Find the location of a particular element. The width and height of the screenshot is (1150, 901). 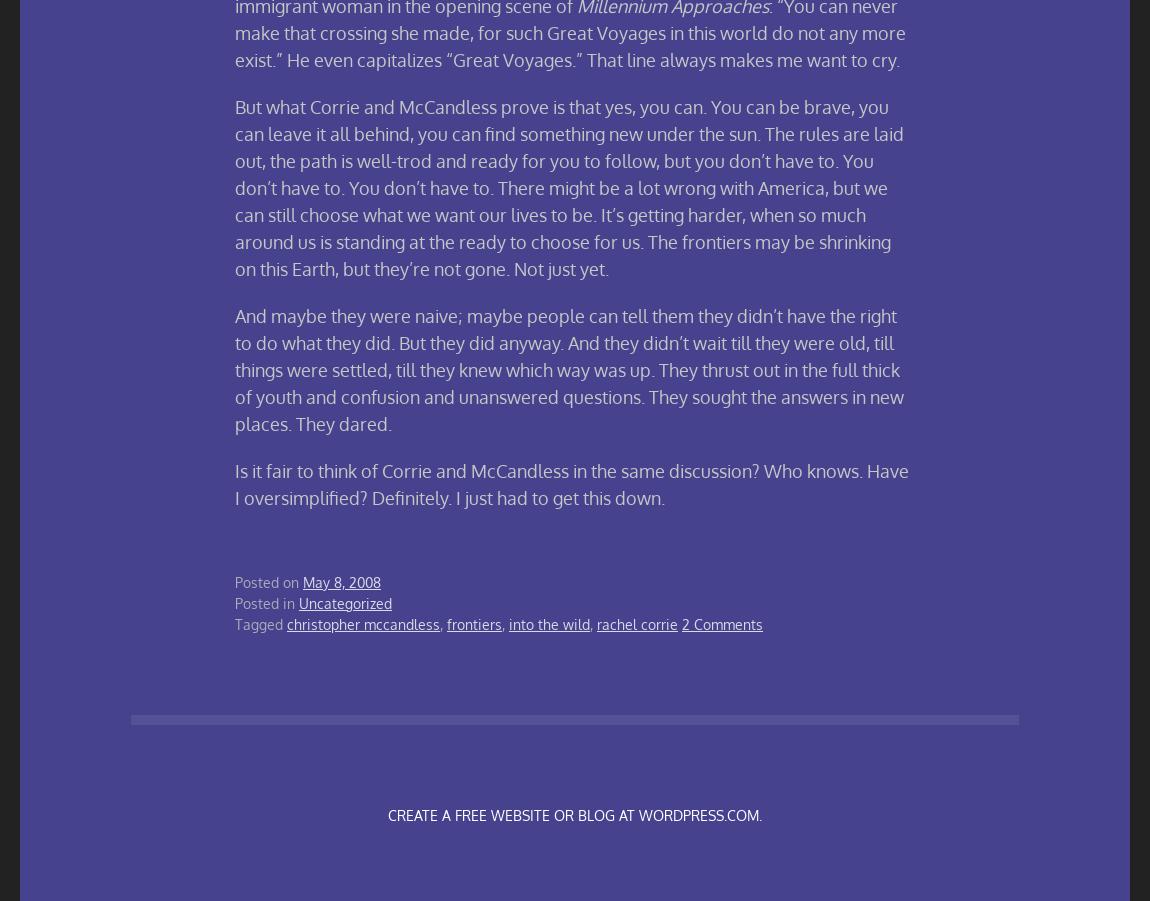

'Posted in' is located at coordinates (266, 602).